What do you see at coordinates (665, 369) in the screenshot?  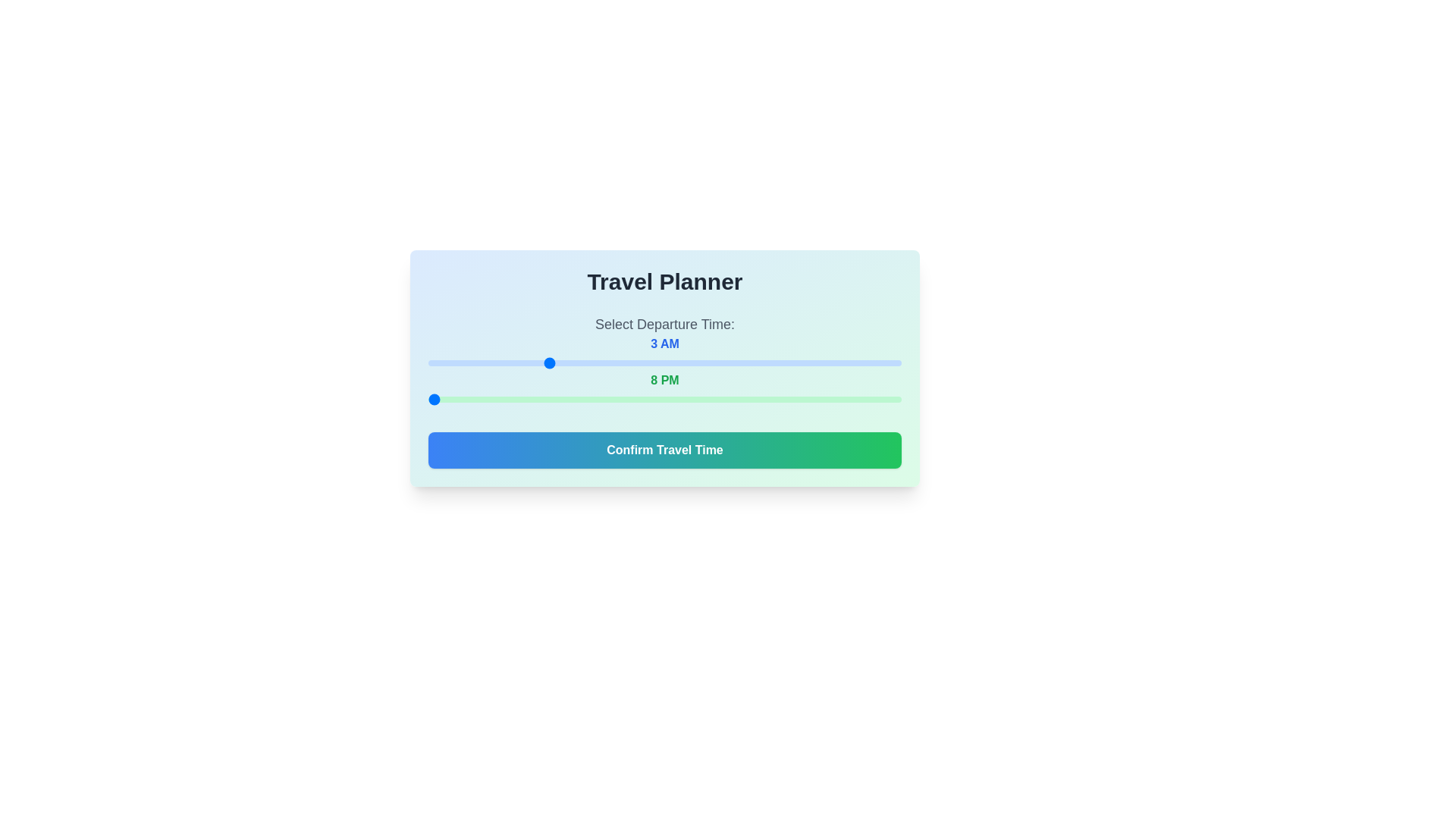 I see `the interactive panel` at bounding box center [665, 369].